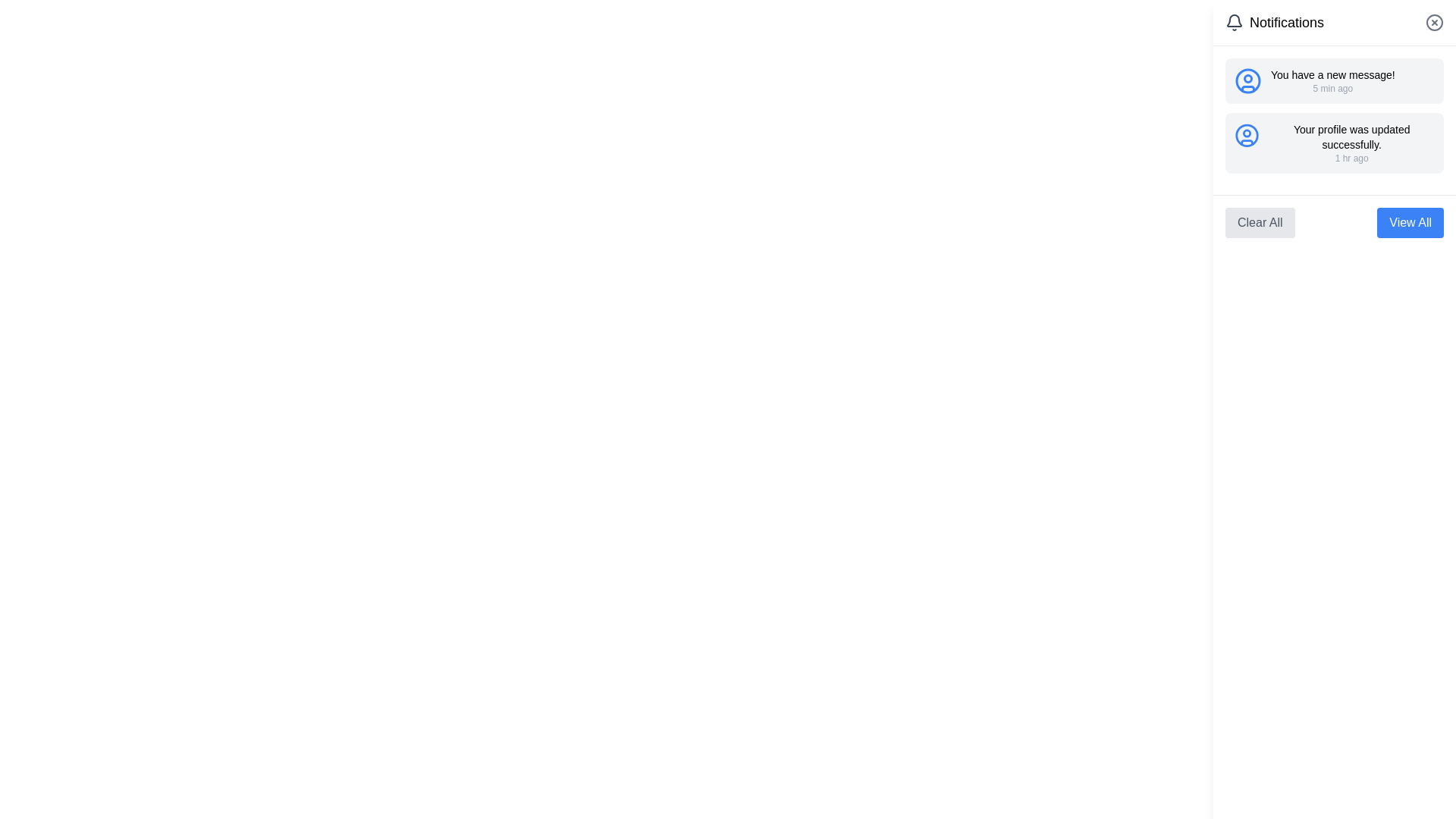 The image size is (1456, 819). What do you see at coordinates (1247, 134) in the screenshot?
I see `the first circular outline of the second notification item in the right-side panel, which indicates user-related notifications and is located below the text 'Your profile was updated successfully.'` at bounding box center [1247, 134].